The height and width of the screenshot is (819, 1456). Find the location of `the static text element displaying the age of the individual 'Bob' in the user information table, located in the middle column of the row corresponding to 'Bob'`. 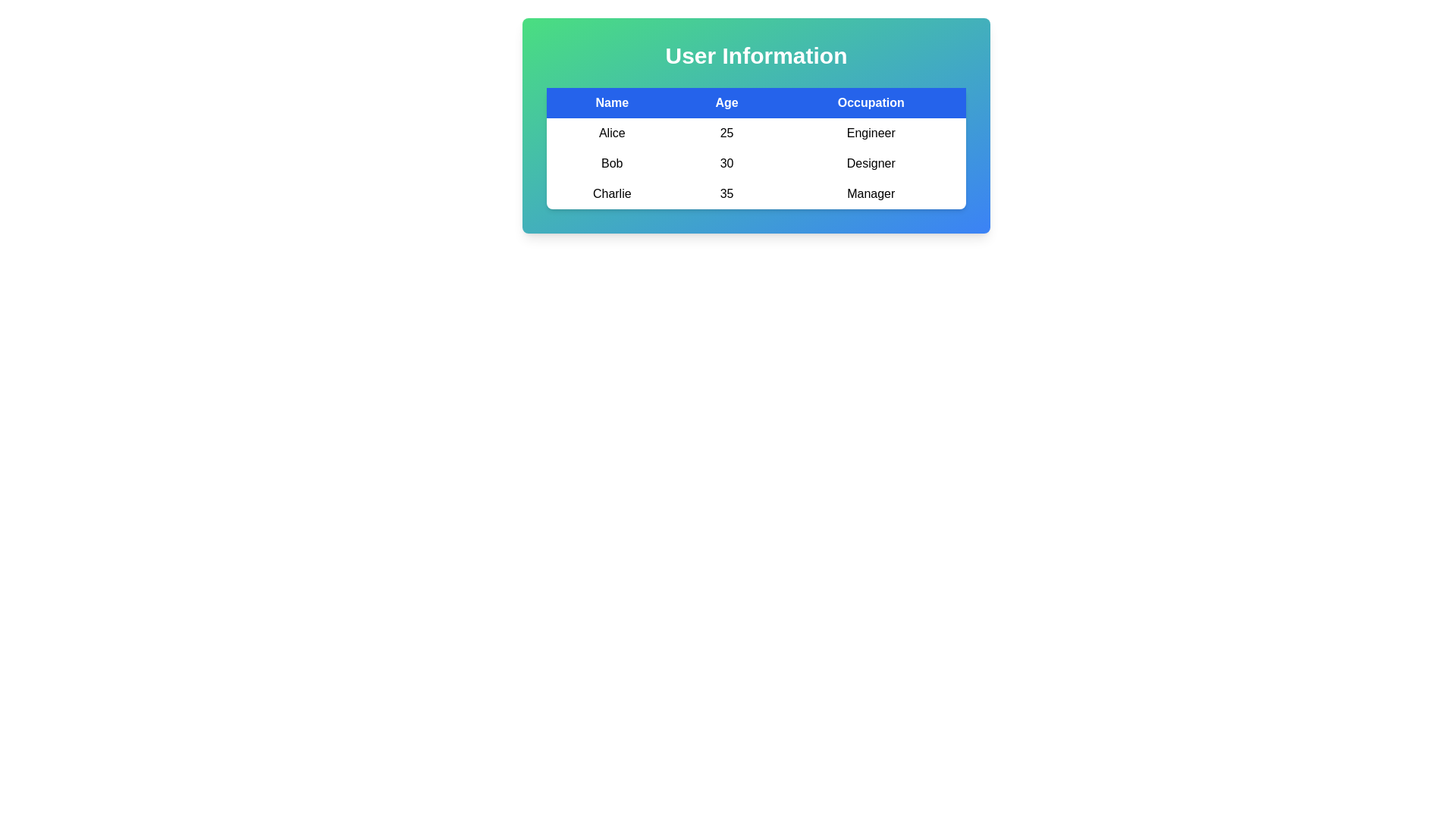

the static text element displaying the age of the individual 'Bob' in the user information table, located in the middle column of the row corresponding to 'Bob' is located at coordinates (726, 164).